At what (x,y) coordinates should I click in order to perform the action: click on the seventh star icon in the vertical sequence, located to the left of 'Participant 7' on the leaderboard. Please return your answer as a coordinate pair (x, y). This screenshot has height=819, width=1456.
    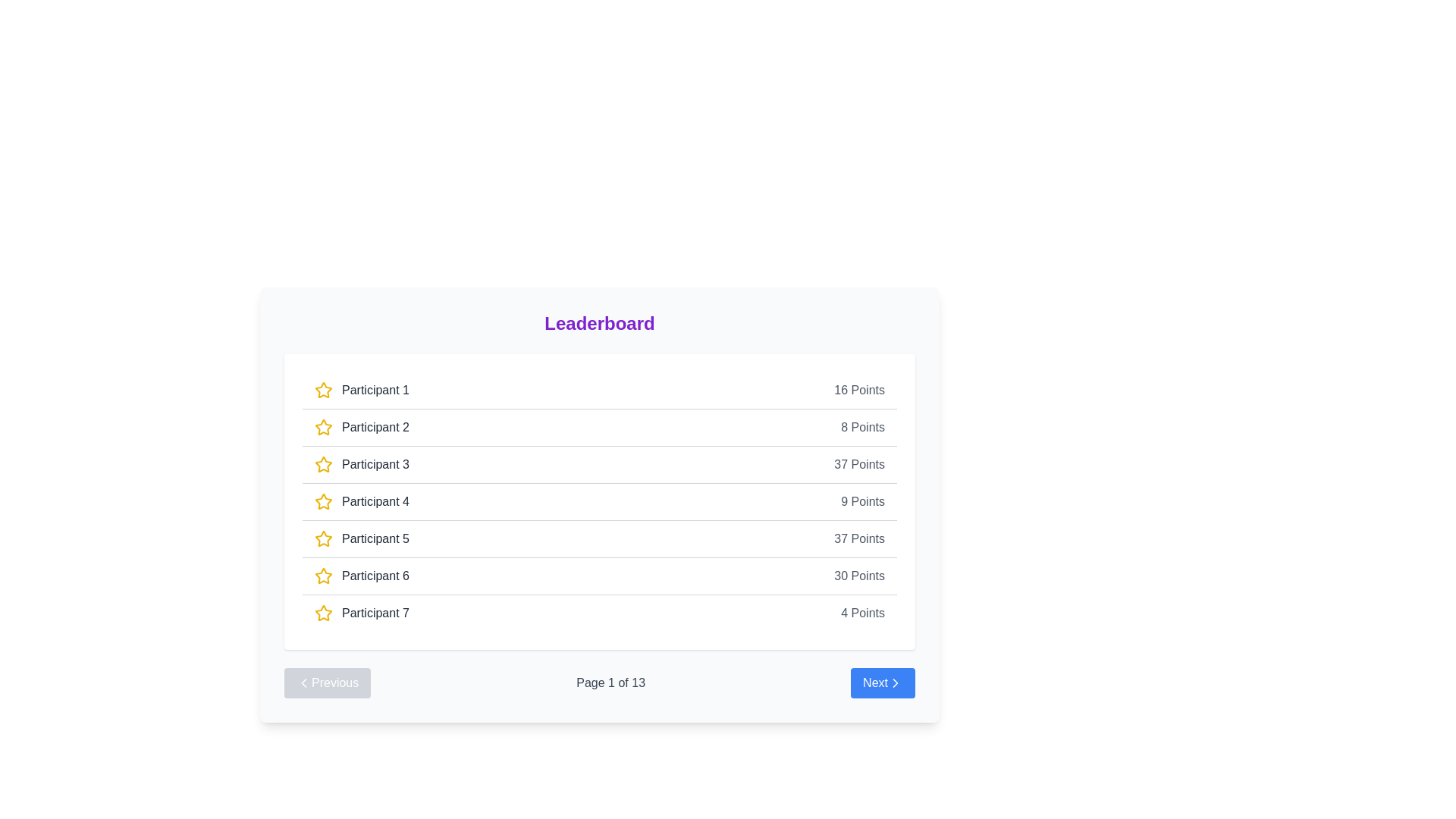
    Looking at the image, I should click on (323, 612).